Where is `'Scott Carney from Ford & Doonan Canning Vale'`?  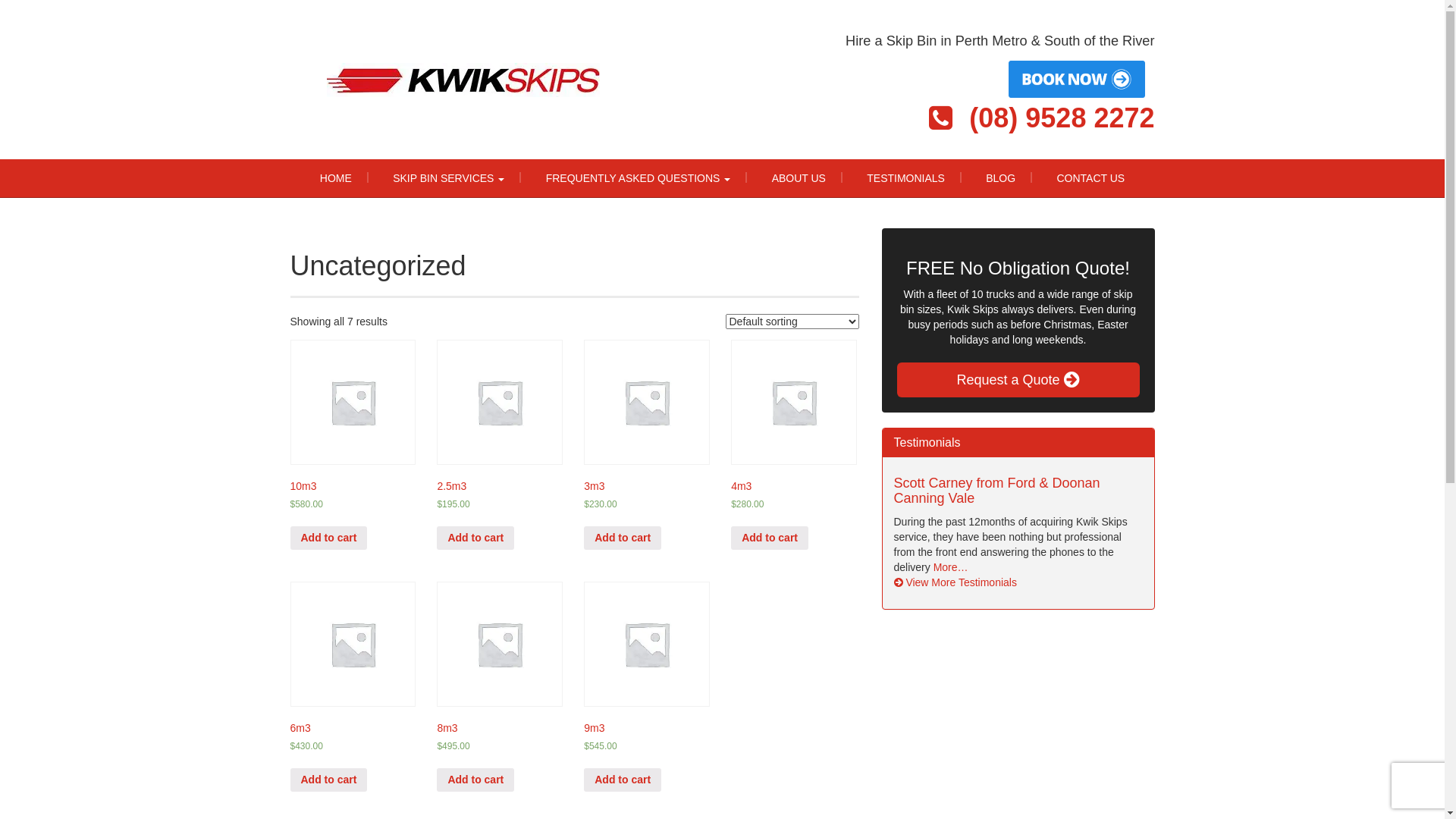
'Scott Carney from Ford & Doonan Canning Vale' is located at coordinates (996, 491).